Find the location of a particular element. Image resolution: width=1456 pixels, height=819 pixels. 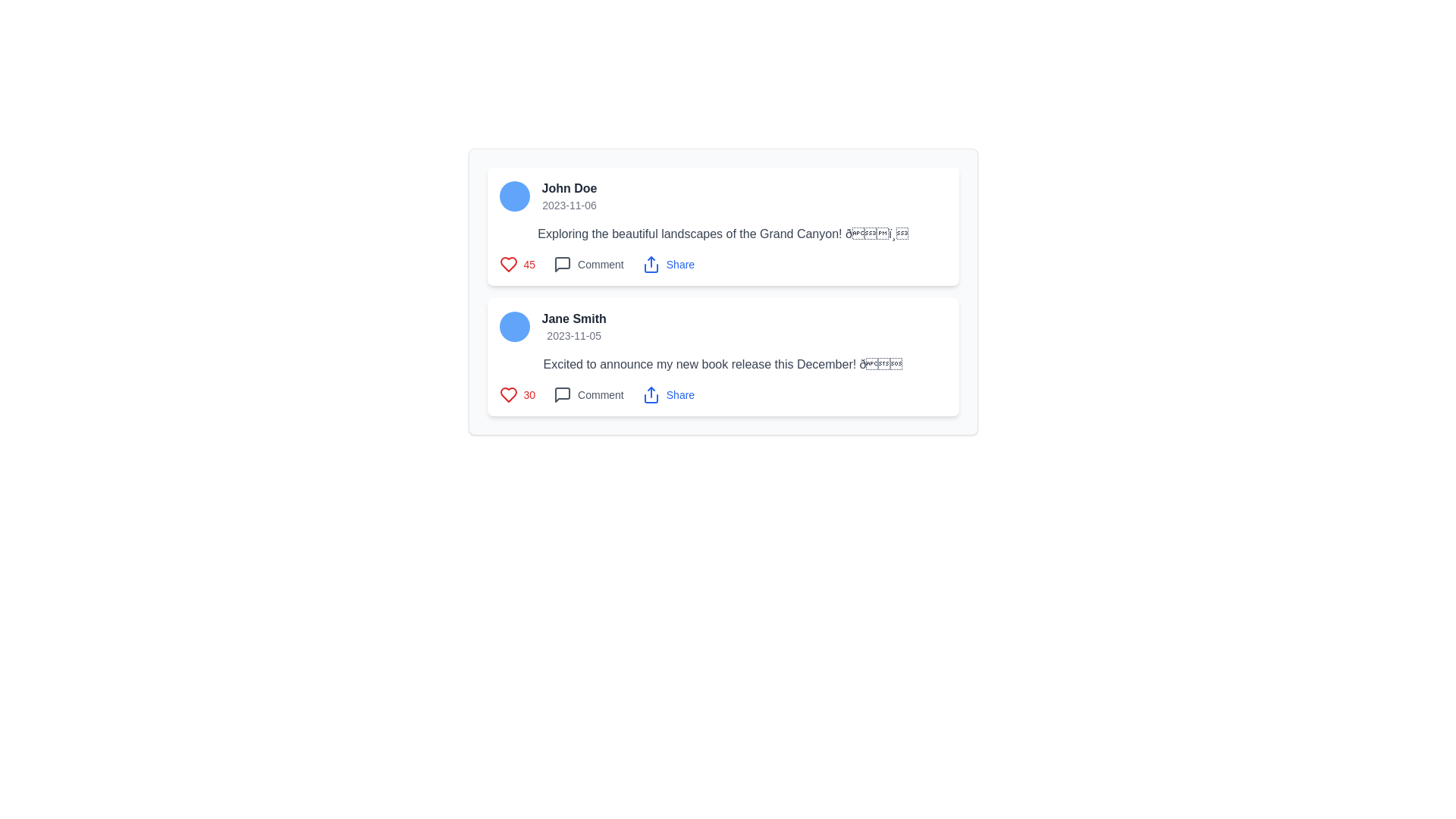

the text label displaying 'Share' in blue color, located at the bottom-right of Jane Smith's post, adjacent to the share icon is located at coordinates (679, 394).